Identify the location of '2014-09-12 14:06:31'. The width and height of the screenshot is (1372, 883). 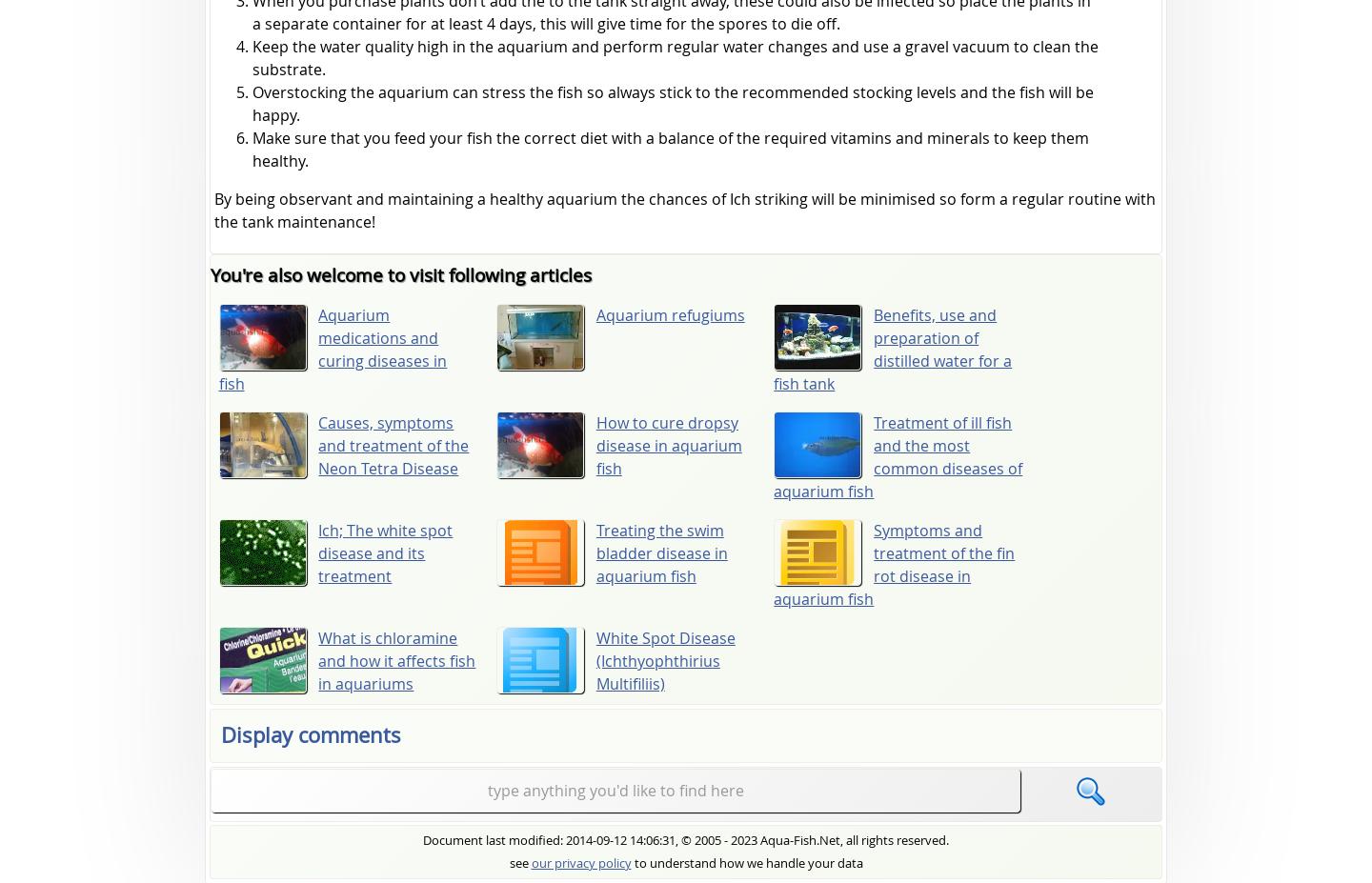
(619, 839).